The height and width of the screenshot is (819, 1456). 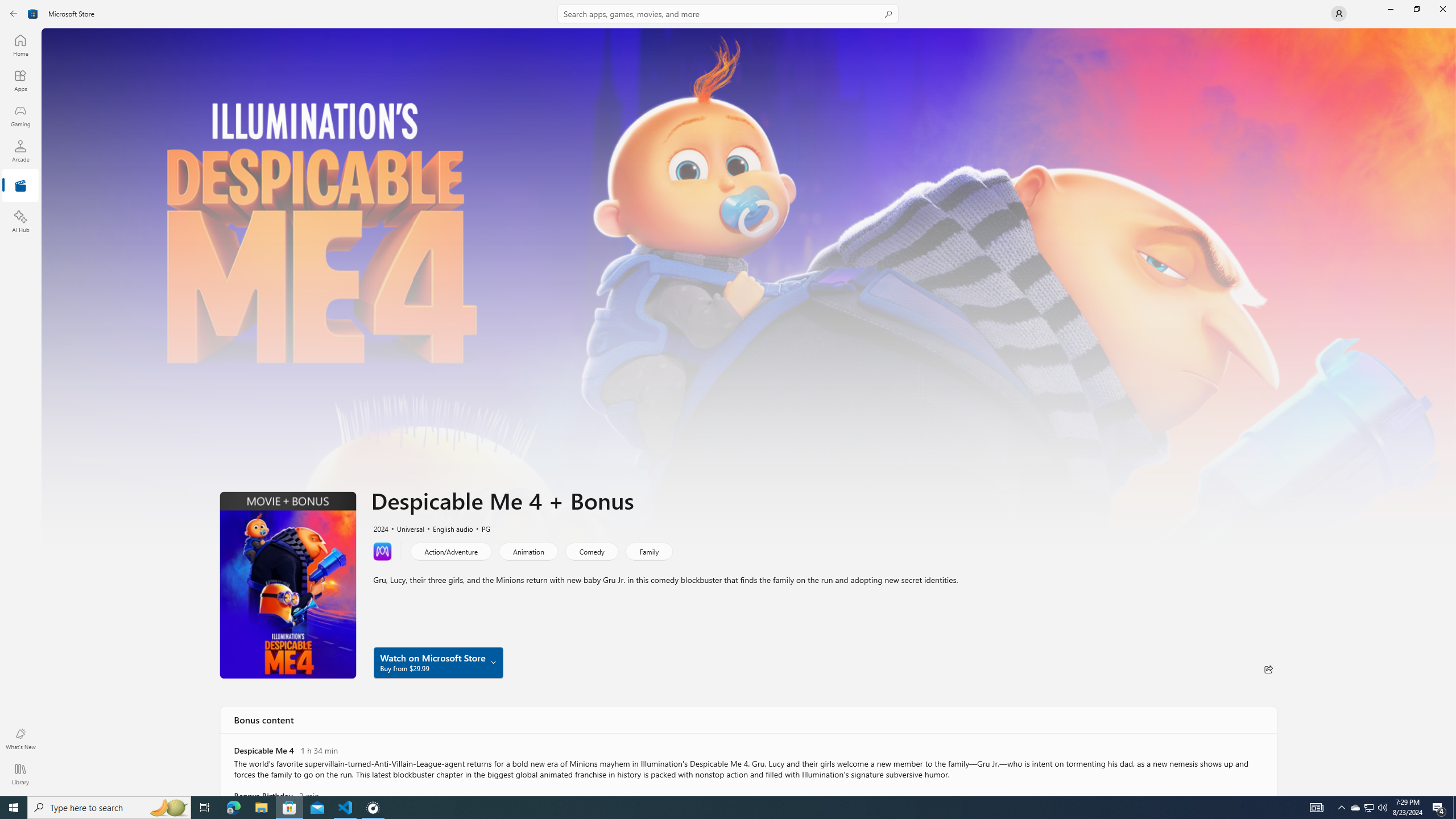 What do you see at coordinates (19, 221) in the screenshot?
I see `'AI Hub'` at bounding box center [19, 221].